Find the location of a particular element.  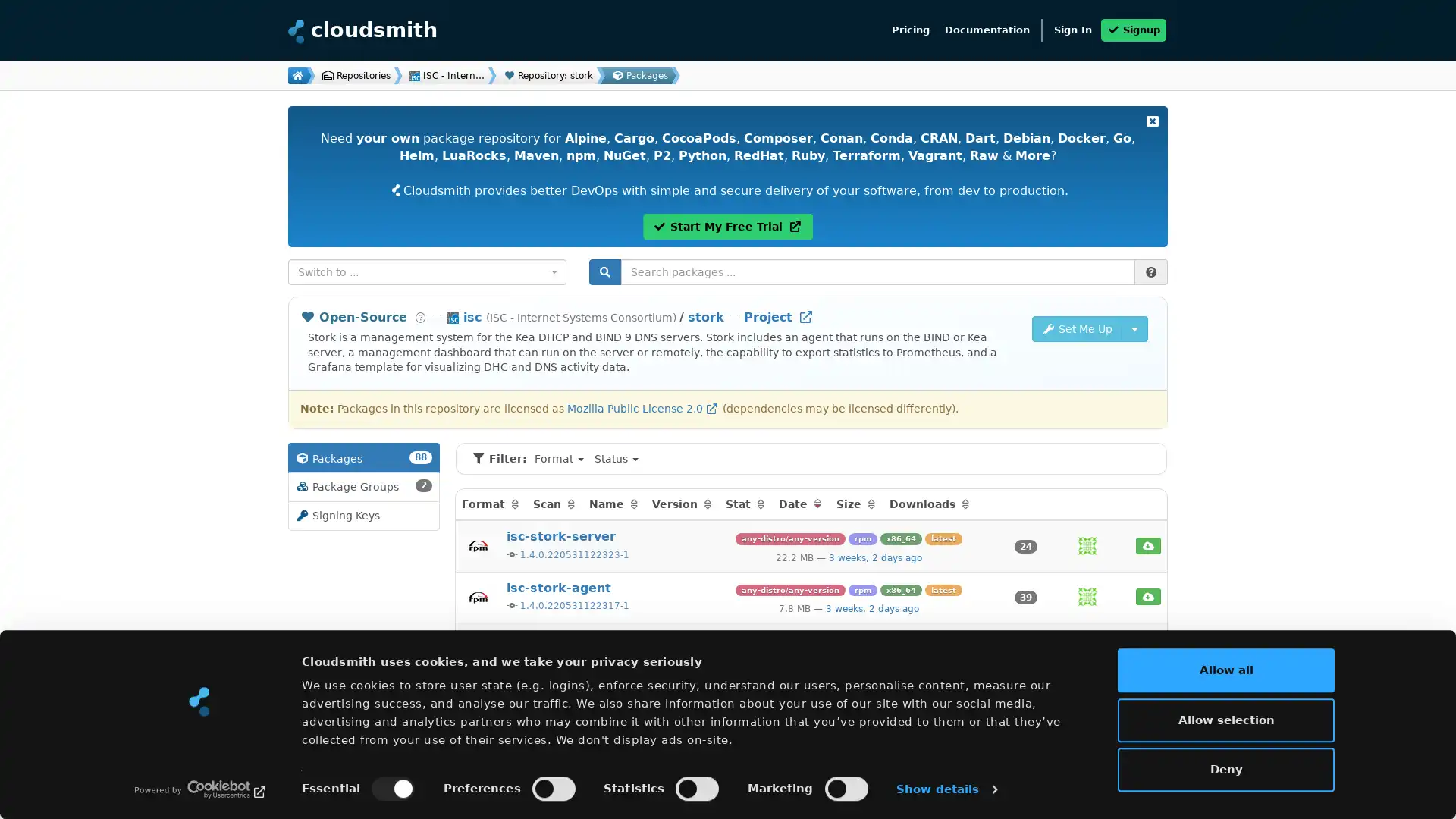

Allow all is located at coordinates (1226, 669).